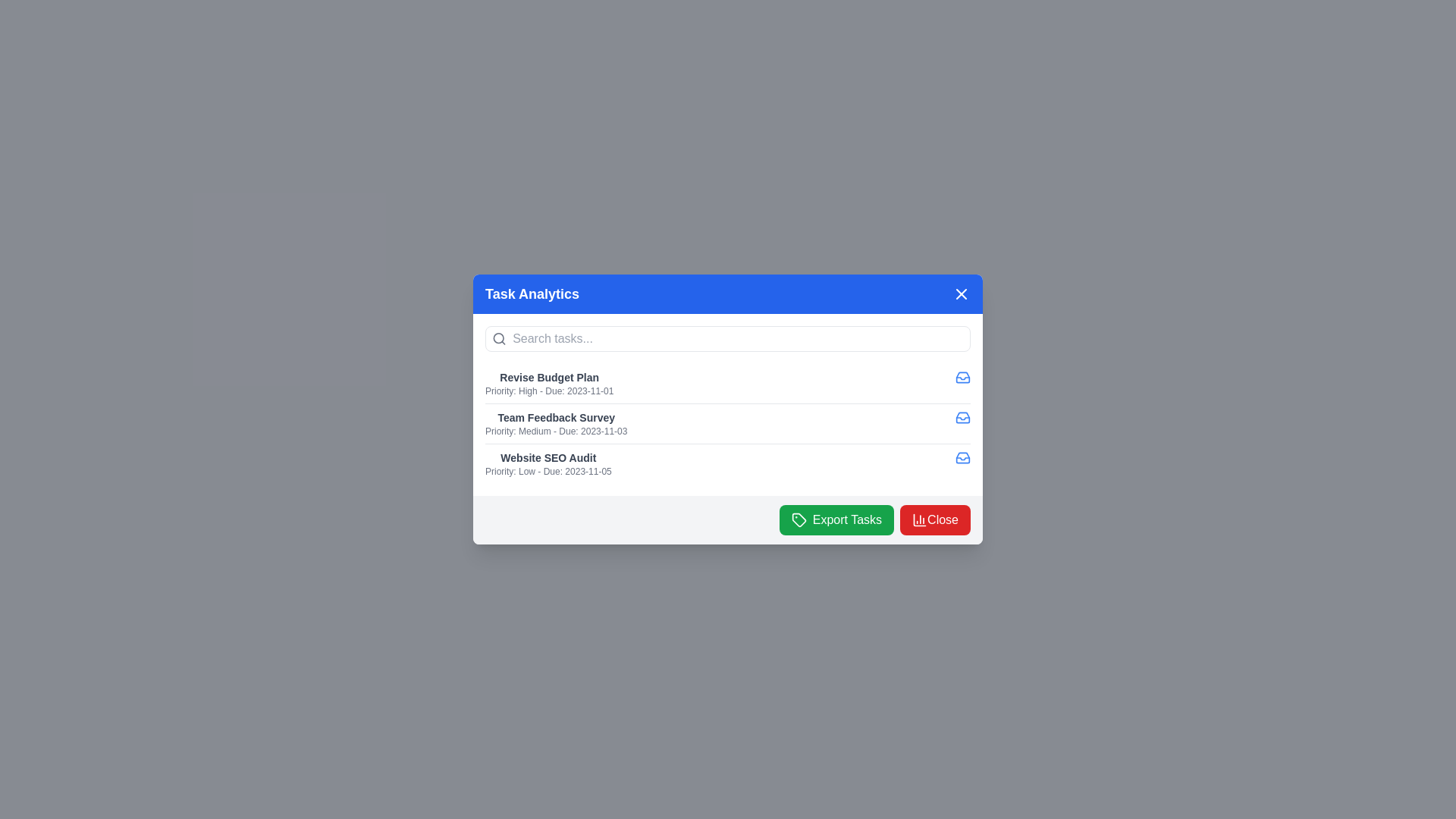  Describe the element at coordinates (960, 294) in the screenshot. I see `the close button in the top-right corner of the 'Task Analytics' window` at that location.